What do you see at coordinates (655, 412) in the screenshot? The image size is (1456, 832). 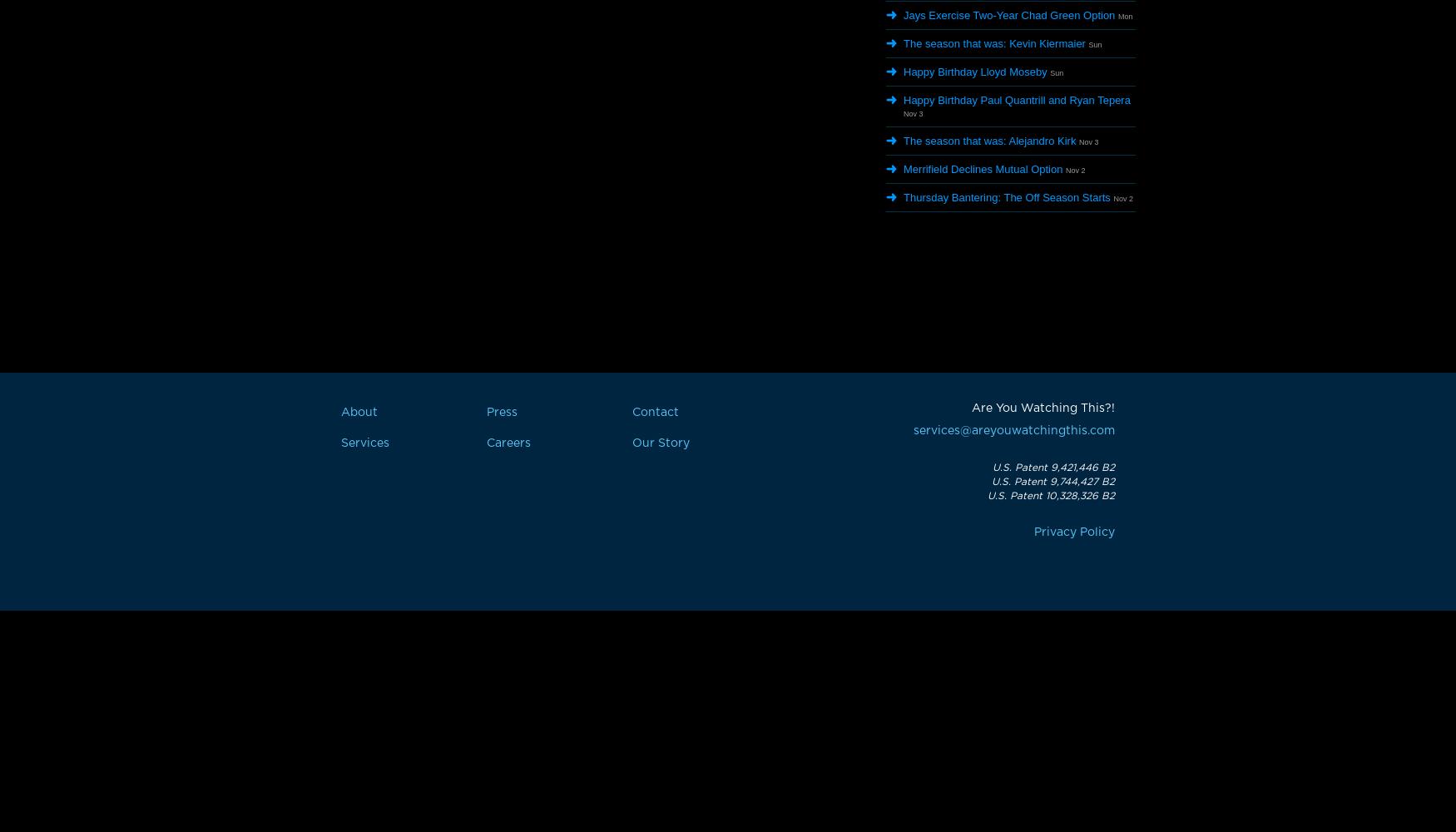 I see `'Contact'` at bounding box center [655, 412].